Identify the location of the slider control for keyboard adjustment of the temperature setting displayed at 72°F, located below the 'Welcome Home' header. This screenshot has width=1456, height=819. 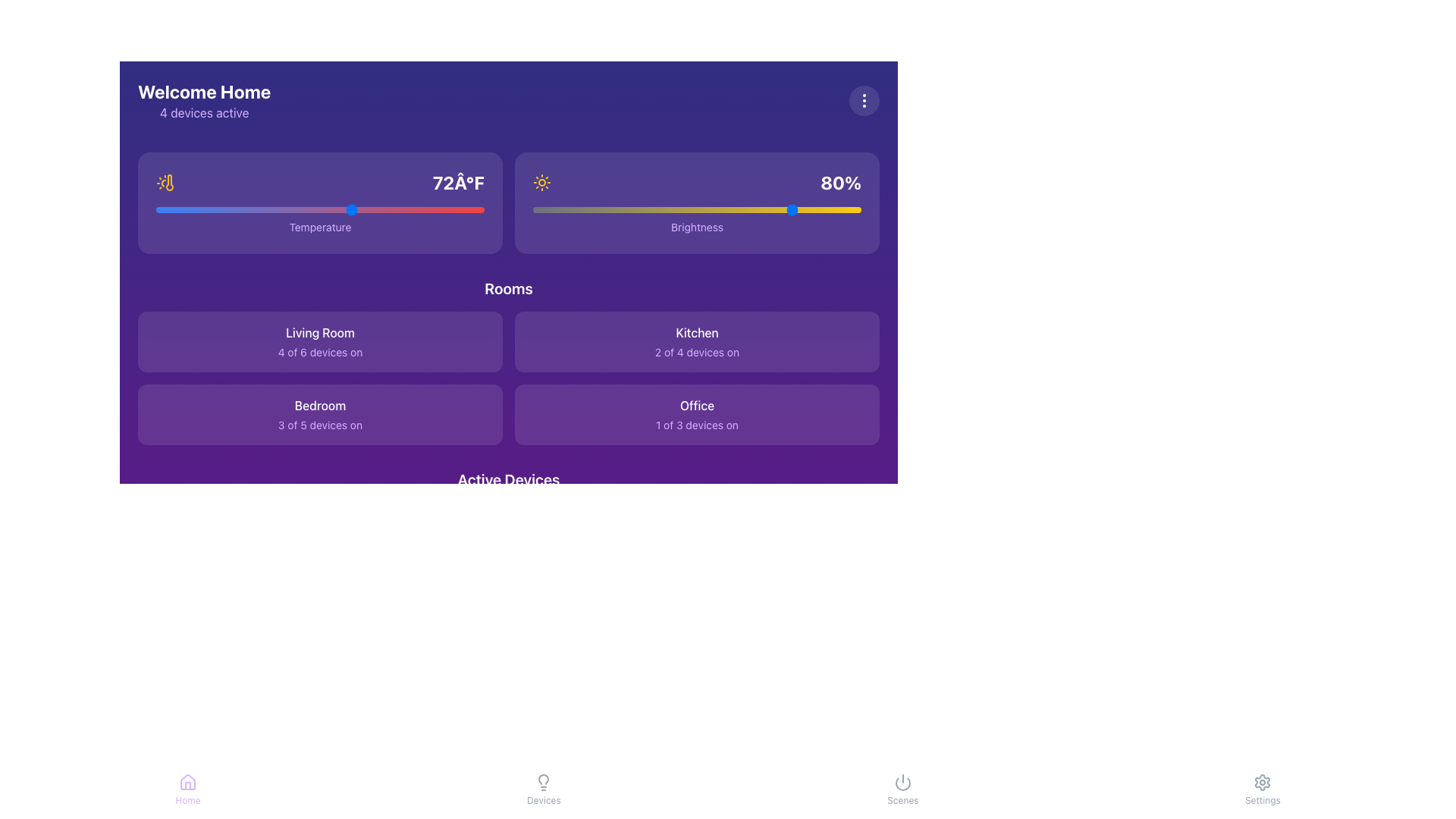
(319, 202).